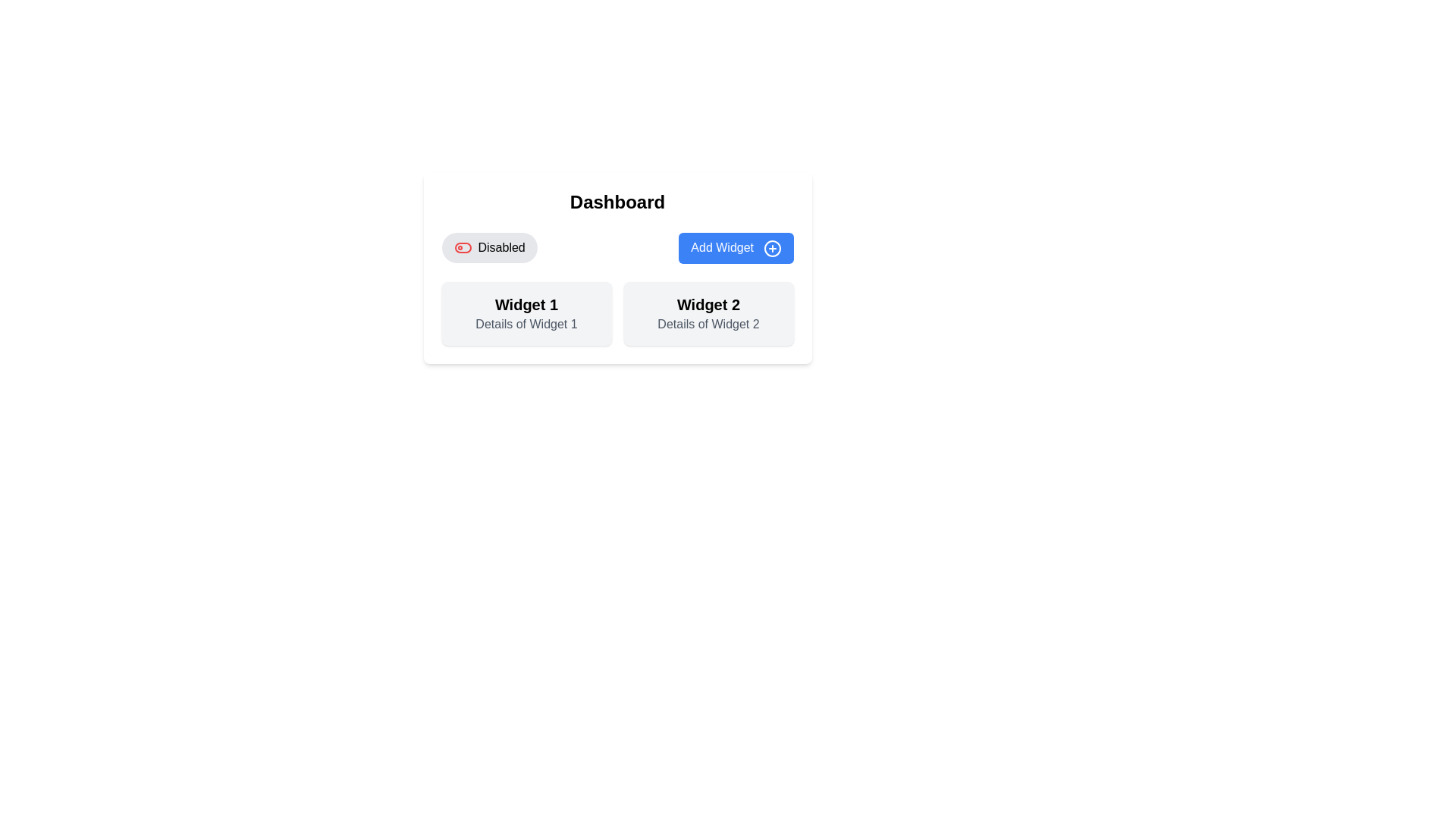 Image resolution: width=1456 pixels, height=819 pixels. What do you see at coordinates (462, 247) in the screenshot?
I see `the Toggle icon (status indicator) which visually indicates the 'disabled' state, located left of the text 'Disabled'` at bounding box center [462, 247].